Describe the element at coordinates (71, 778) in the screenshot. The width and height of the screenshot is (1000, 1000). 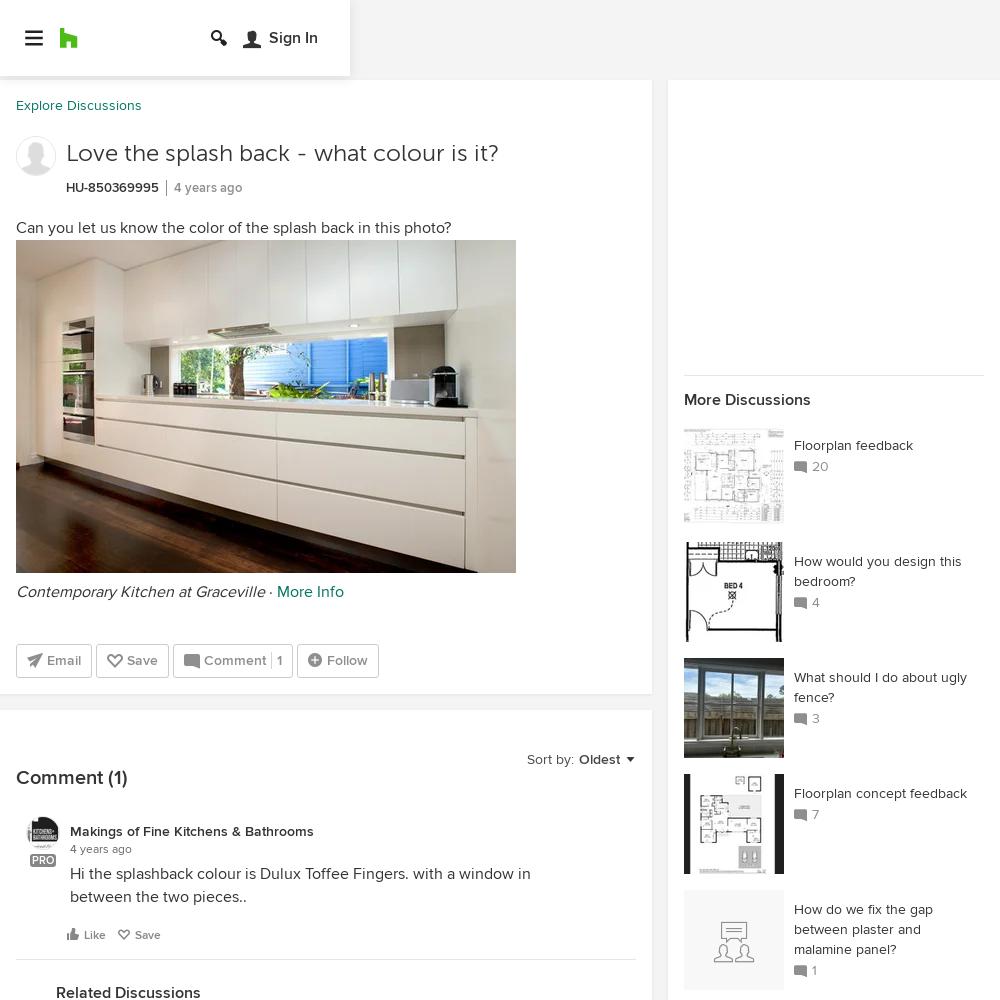
I see `'Comment (1)'` at that location.